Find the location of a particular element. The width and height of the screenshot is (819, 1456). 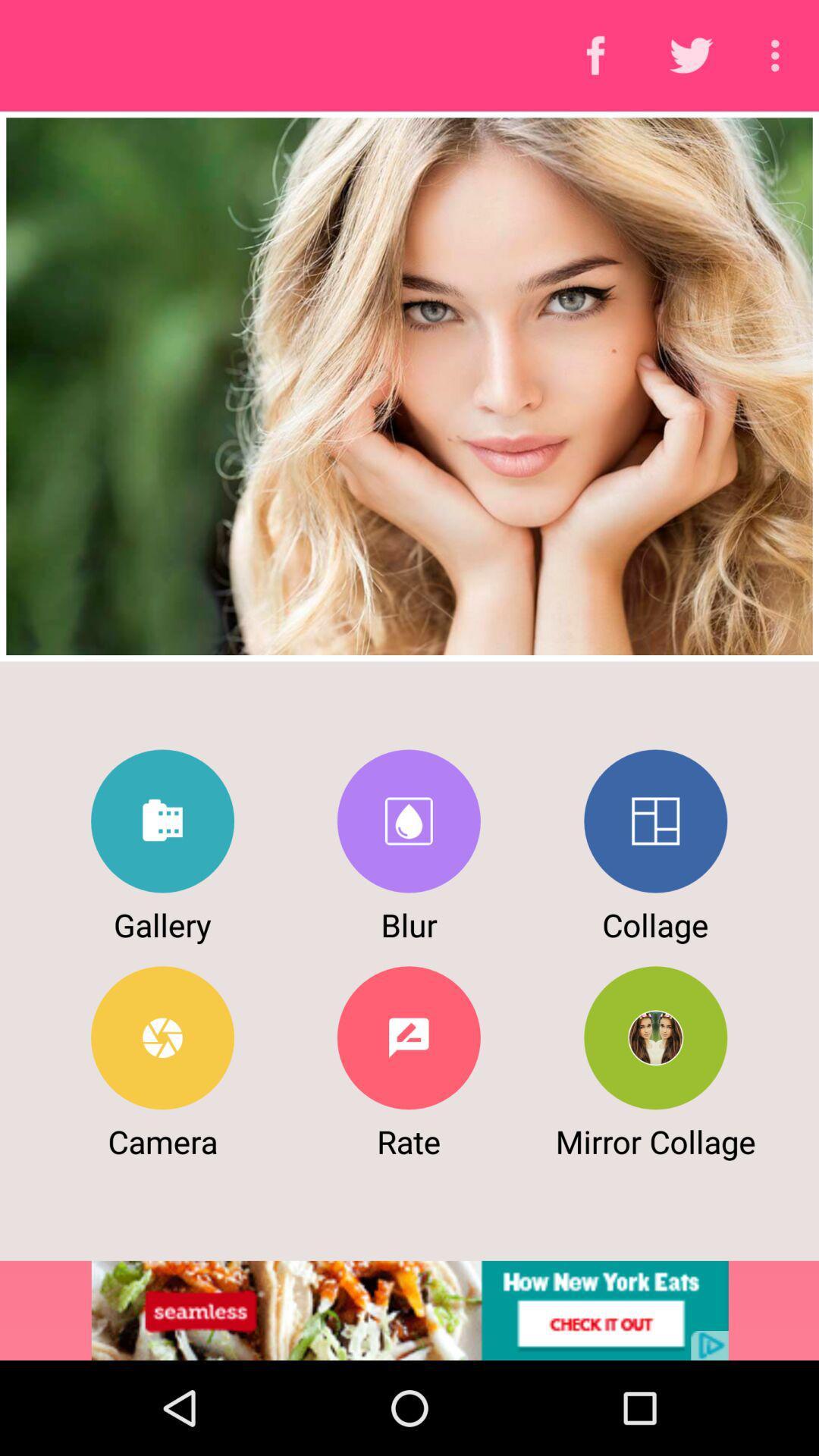

switch autoplay option is located at coordinates (654, 821).